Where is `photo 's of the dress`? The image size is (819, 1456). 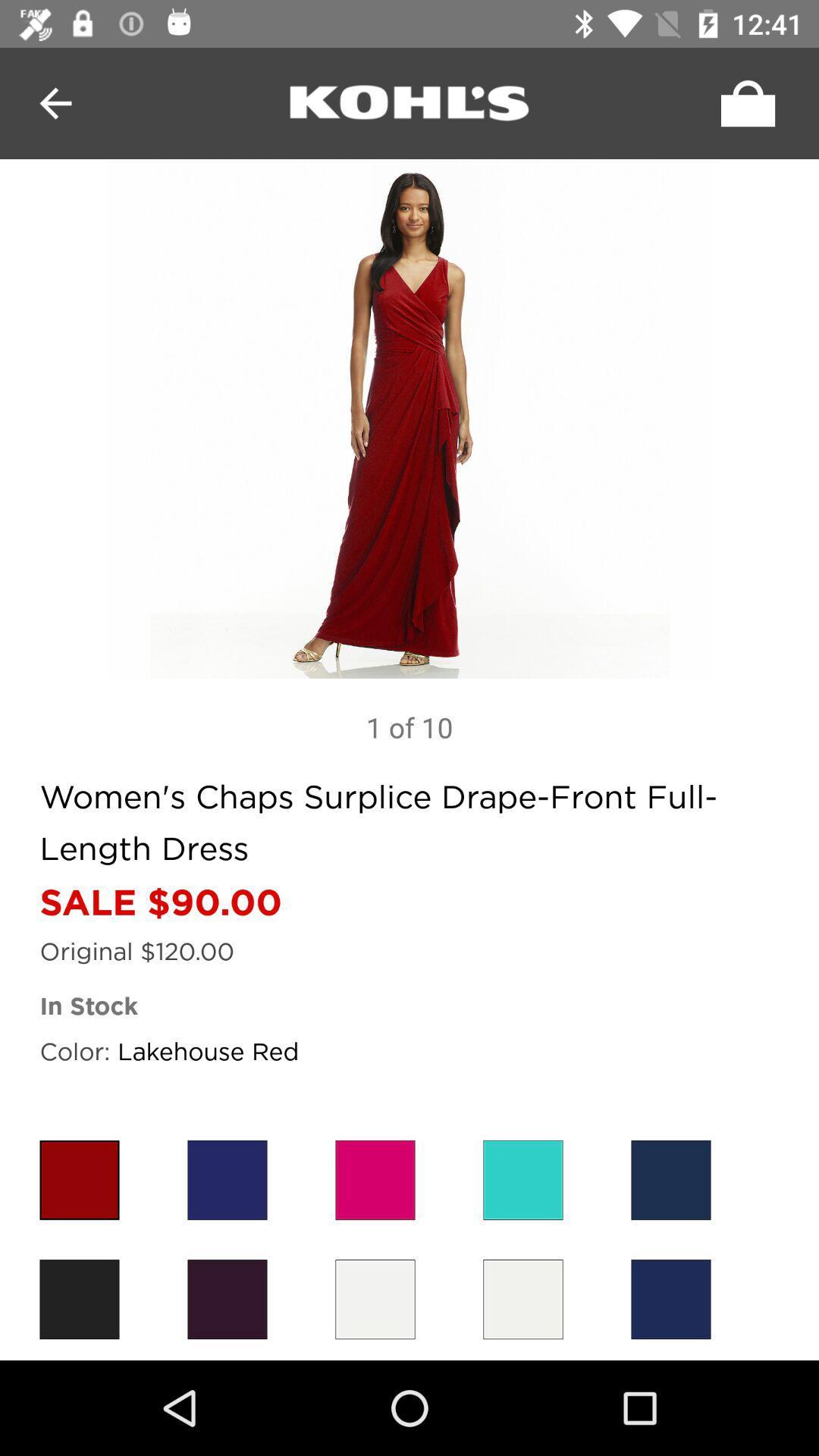
photo 's of the dress is located at coordinates (409, 419).